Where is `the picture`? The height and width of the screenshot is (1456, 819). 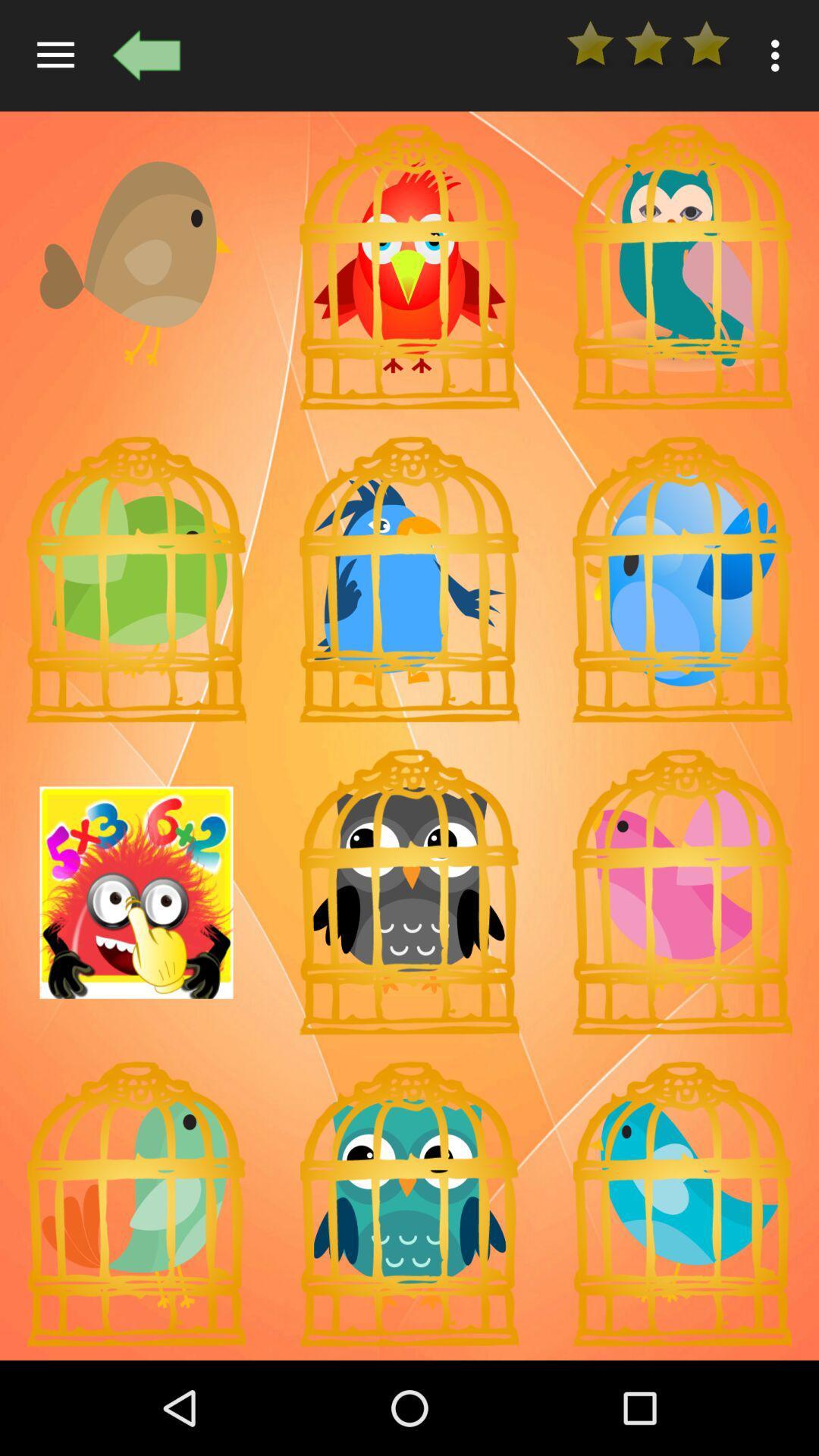 the picture is located at coordinates (136, 579).